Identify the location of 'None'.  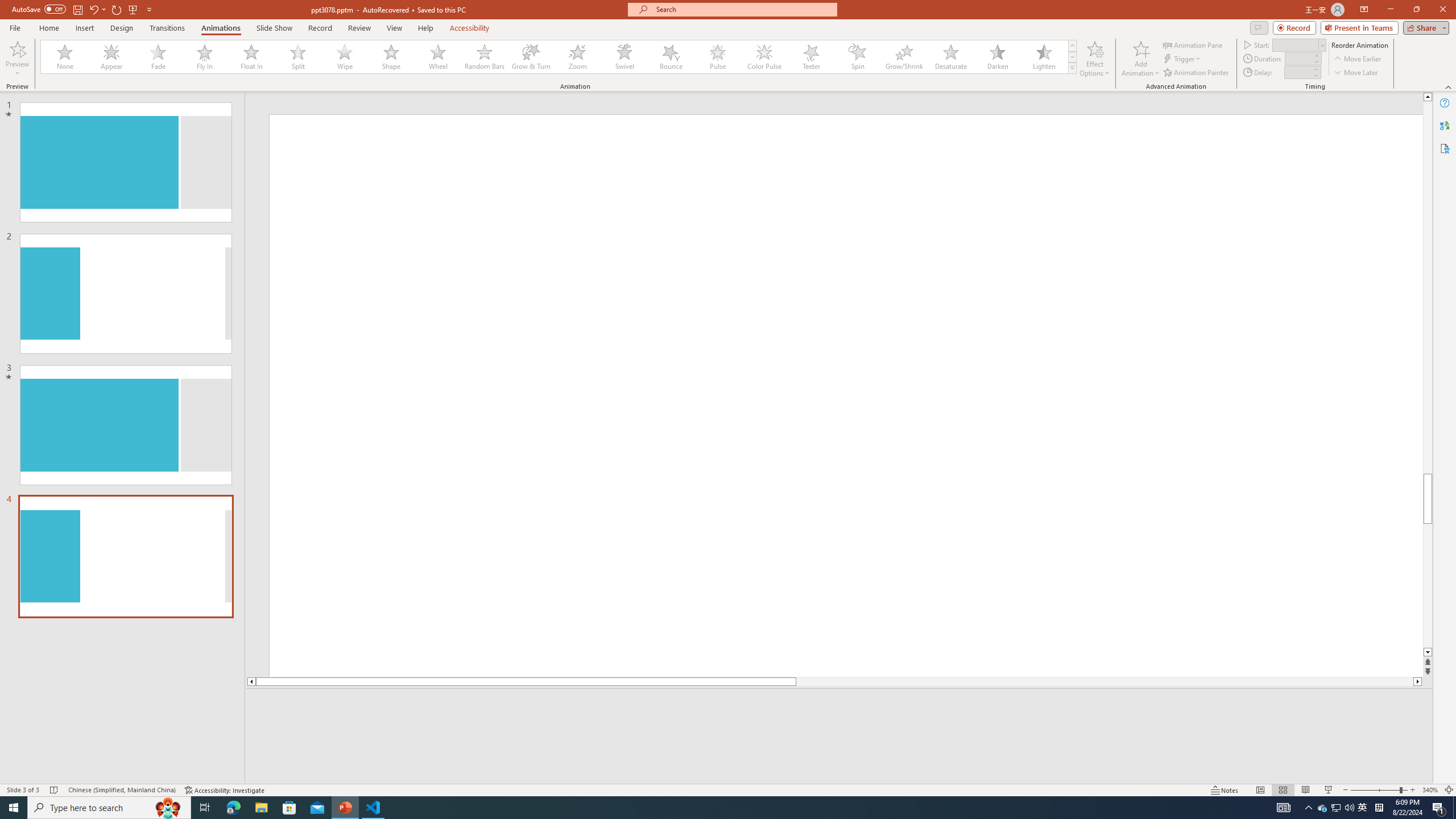
(65, 56).